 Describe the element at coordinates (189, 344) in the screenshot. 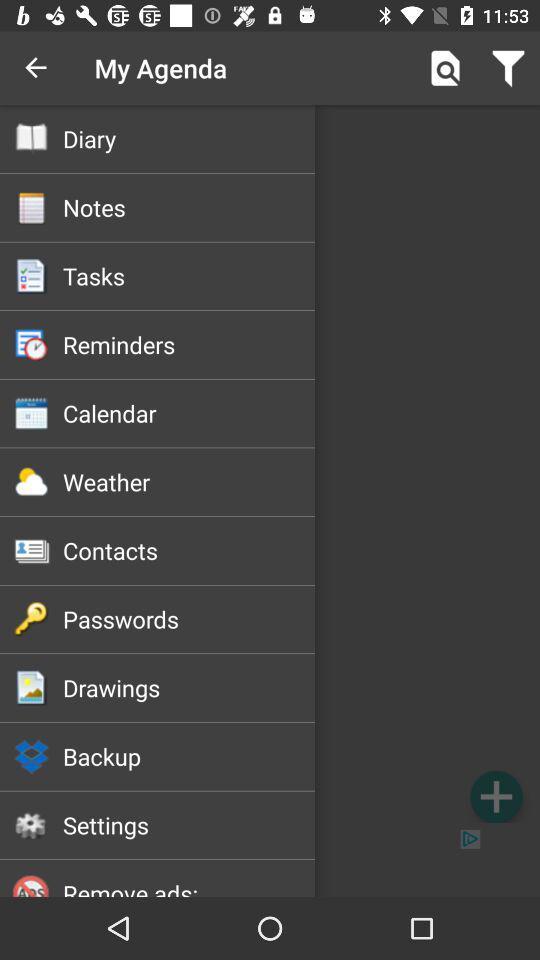

I see `icon below the tasks` at that location.